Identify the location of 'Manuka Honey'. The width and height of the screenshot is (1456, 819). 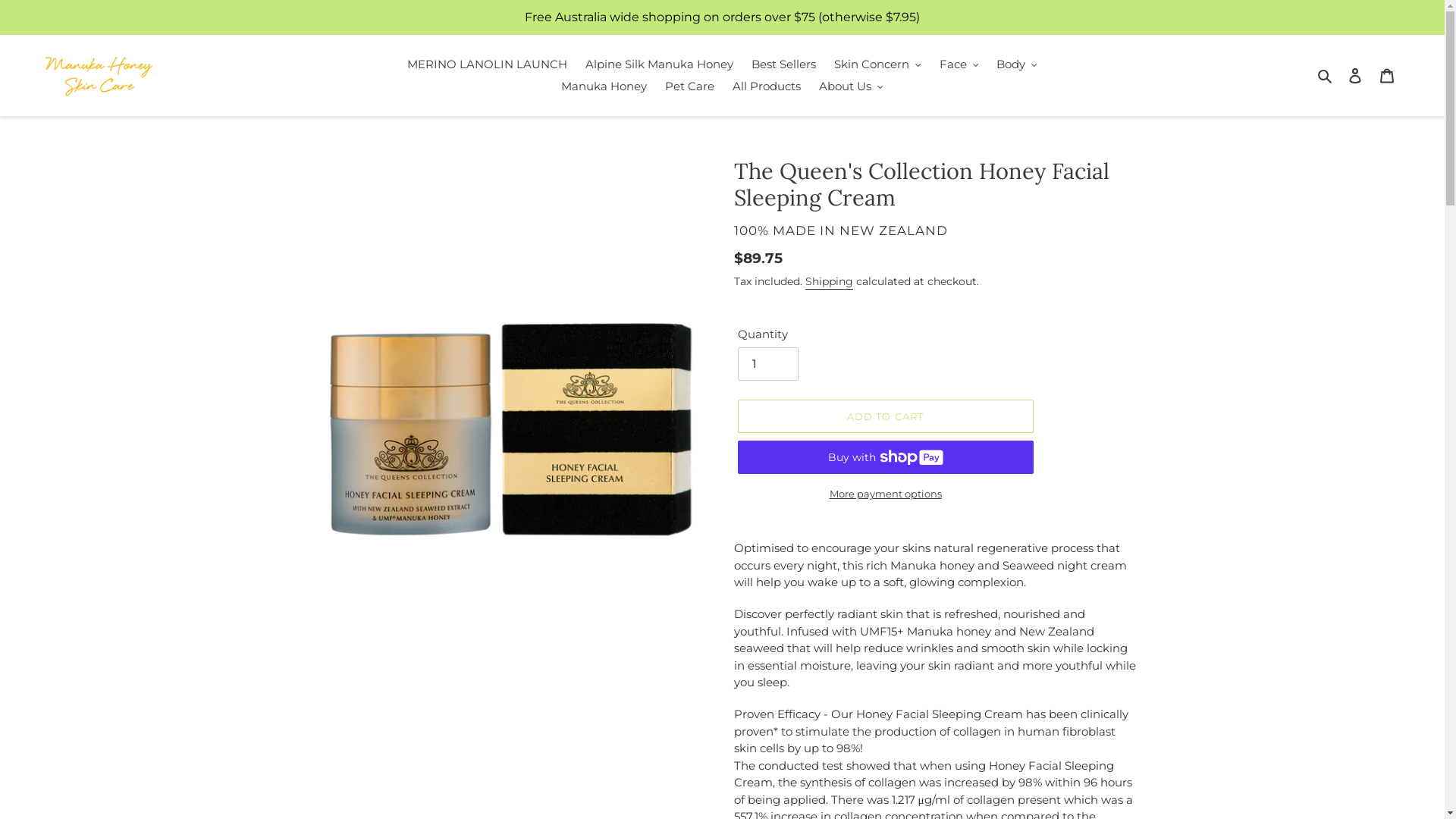
(603, 86).